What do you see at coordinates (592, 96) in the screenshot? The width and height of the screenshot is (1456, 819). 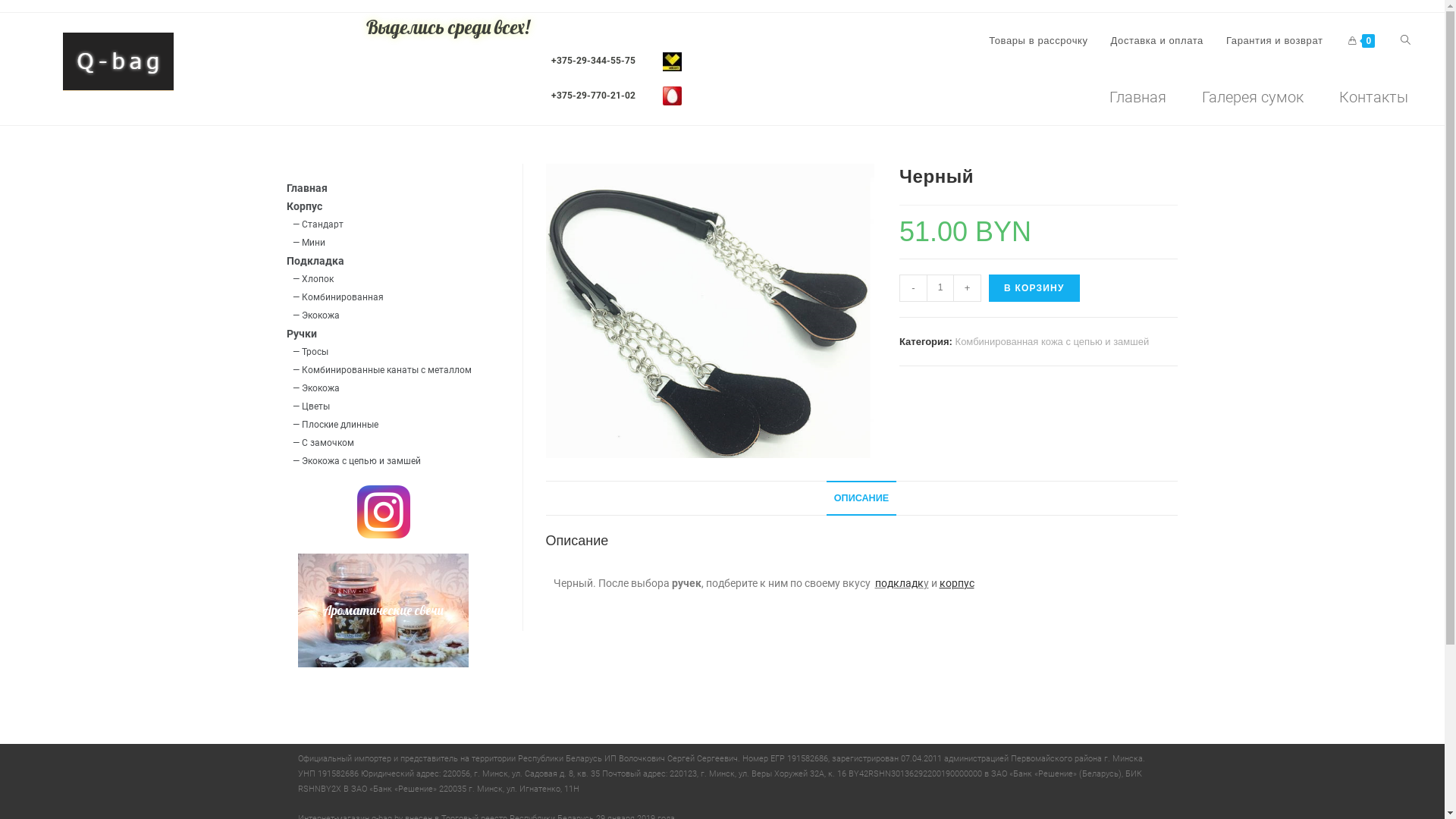 I see `'+375-29-770-21-02'` at bounding box center [592, 96].